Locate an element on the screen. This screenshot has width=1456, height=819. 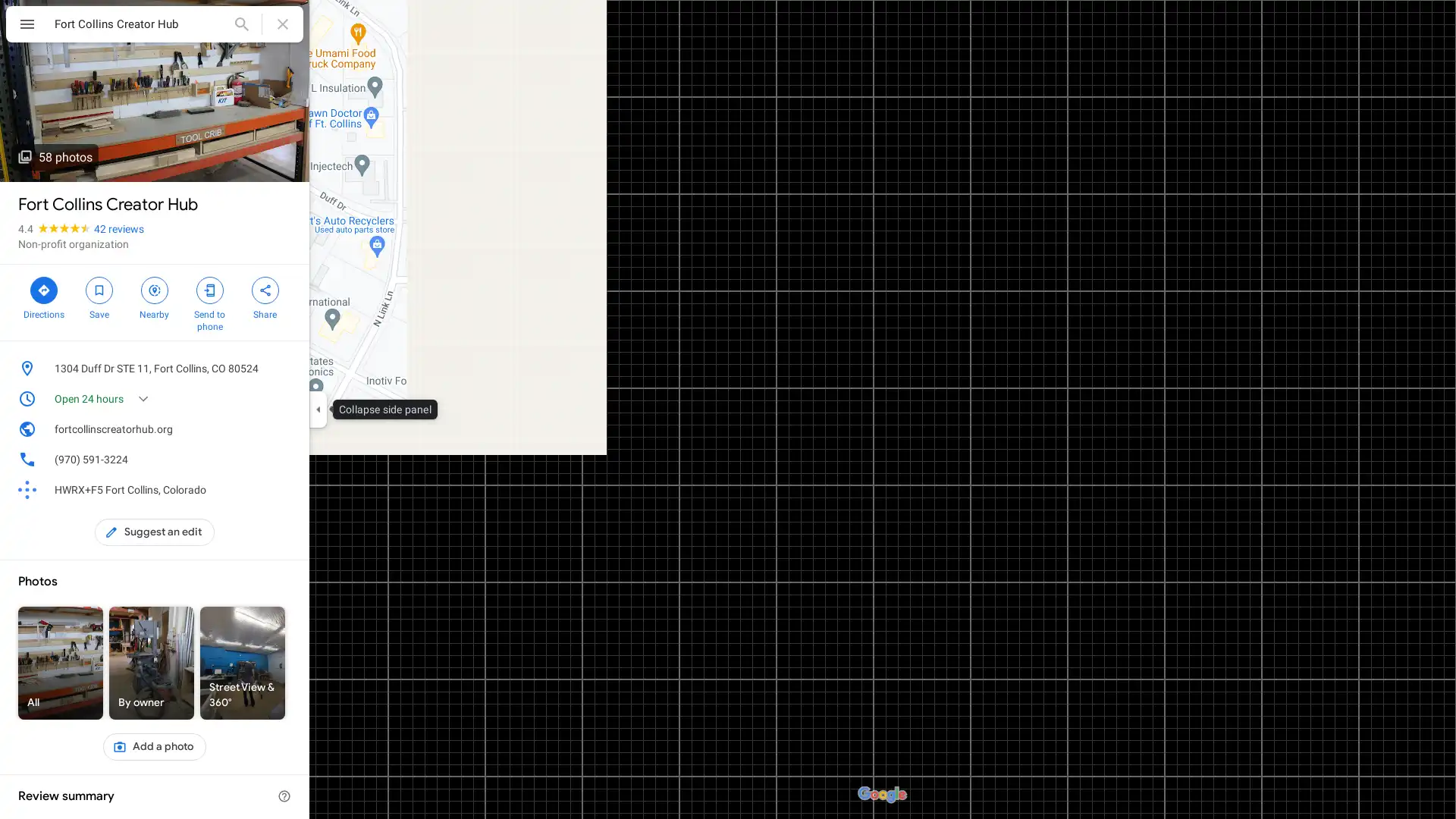
Suggest an edit is located at coordinates (155, 532).